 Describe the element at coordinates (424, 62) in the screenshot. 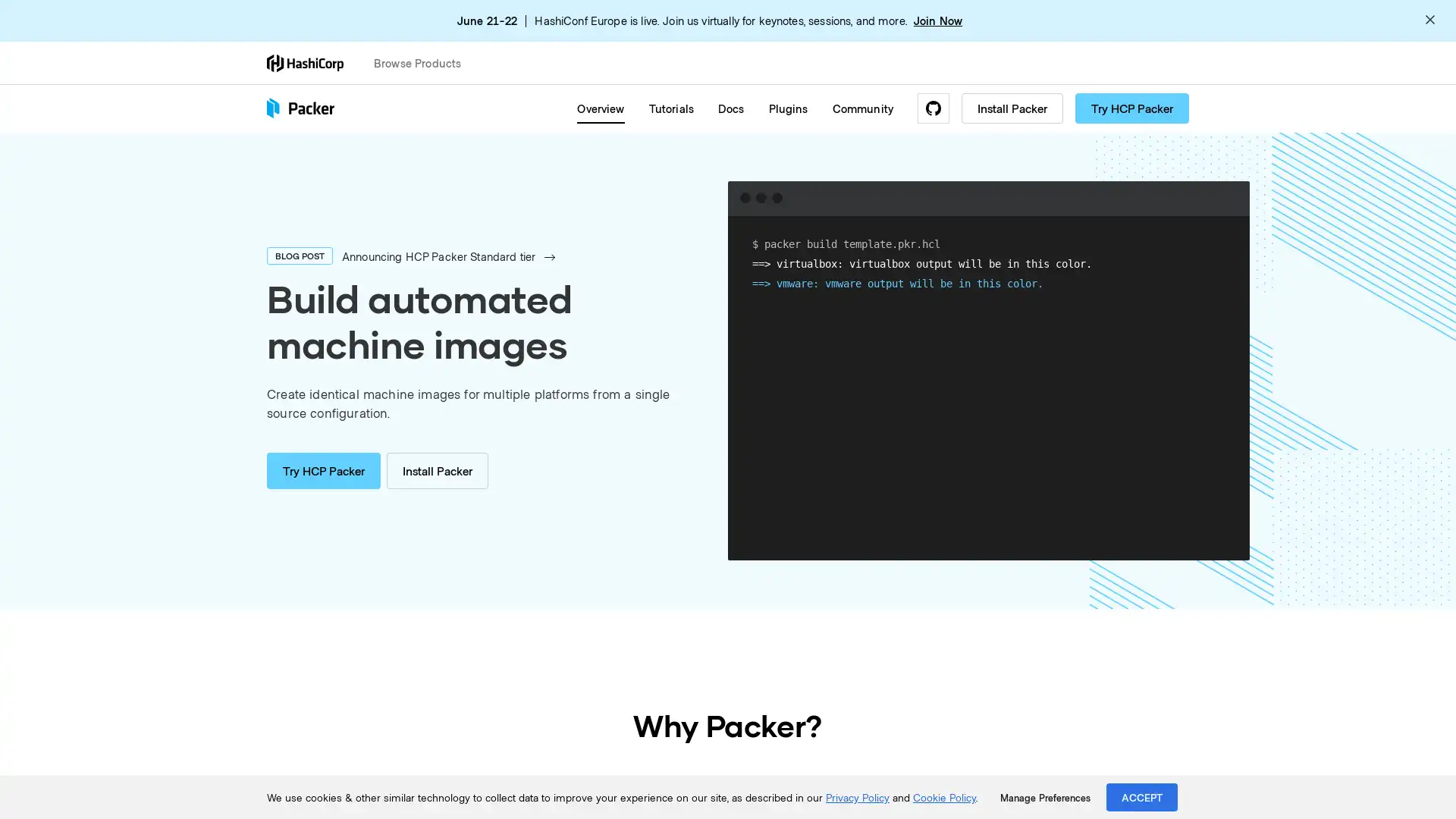

I see `Browse Products Open this menu` at that location.